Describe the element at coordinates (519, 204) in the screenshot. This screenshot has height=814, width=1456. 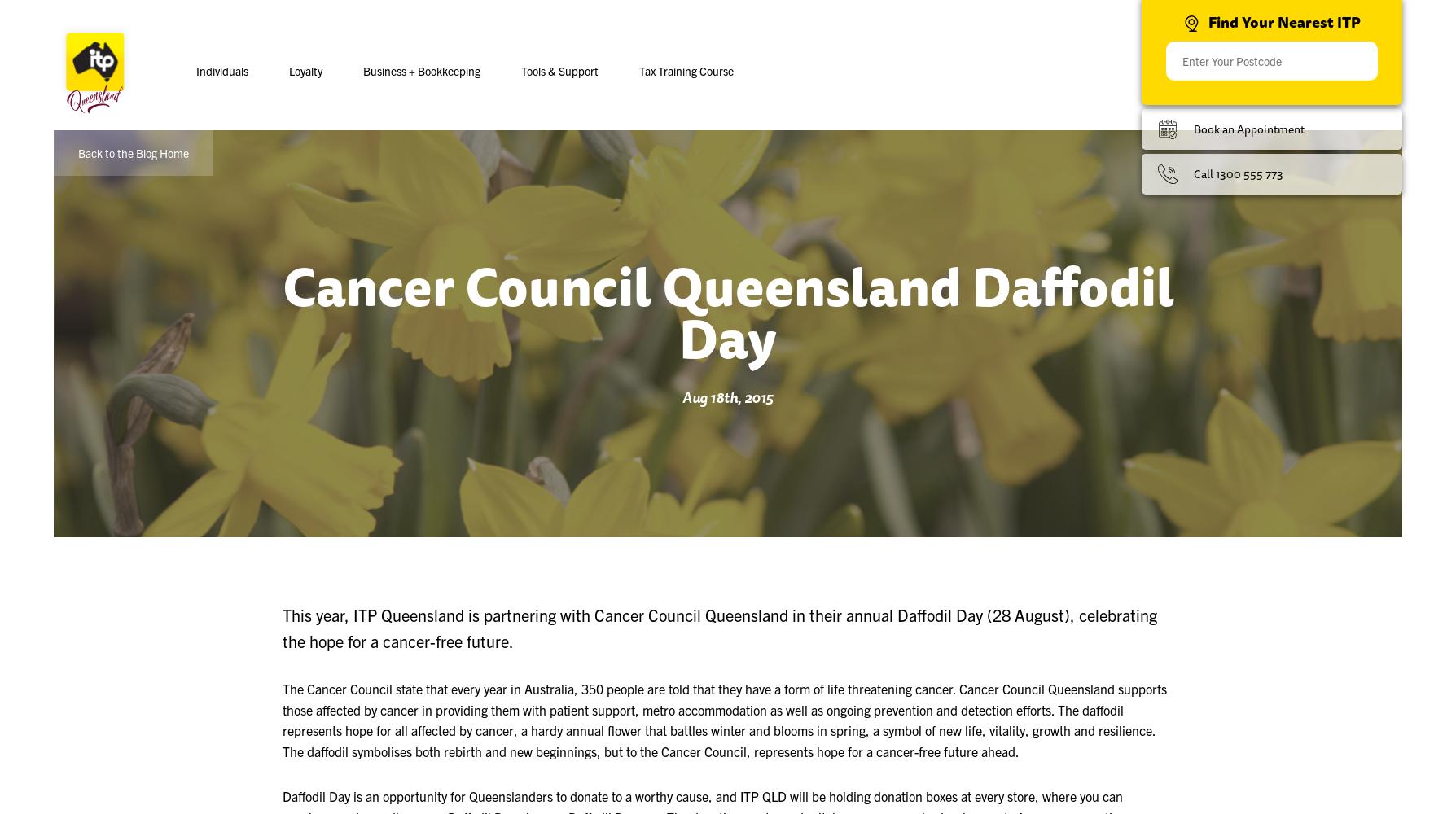
I see `'Business Tax Returns'` at that location.